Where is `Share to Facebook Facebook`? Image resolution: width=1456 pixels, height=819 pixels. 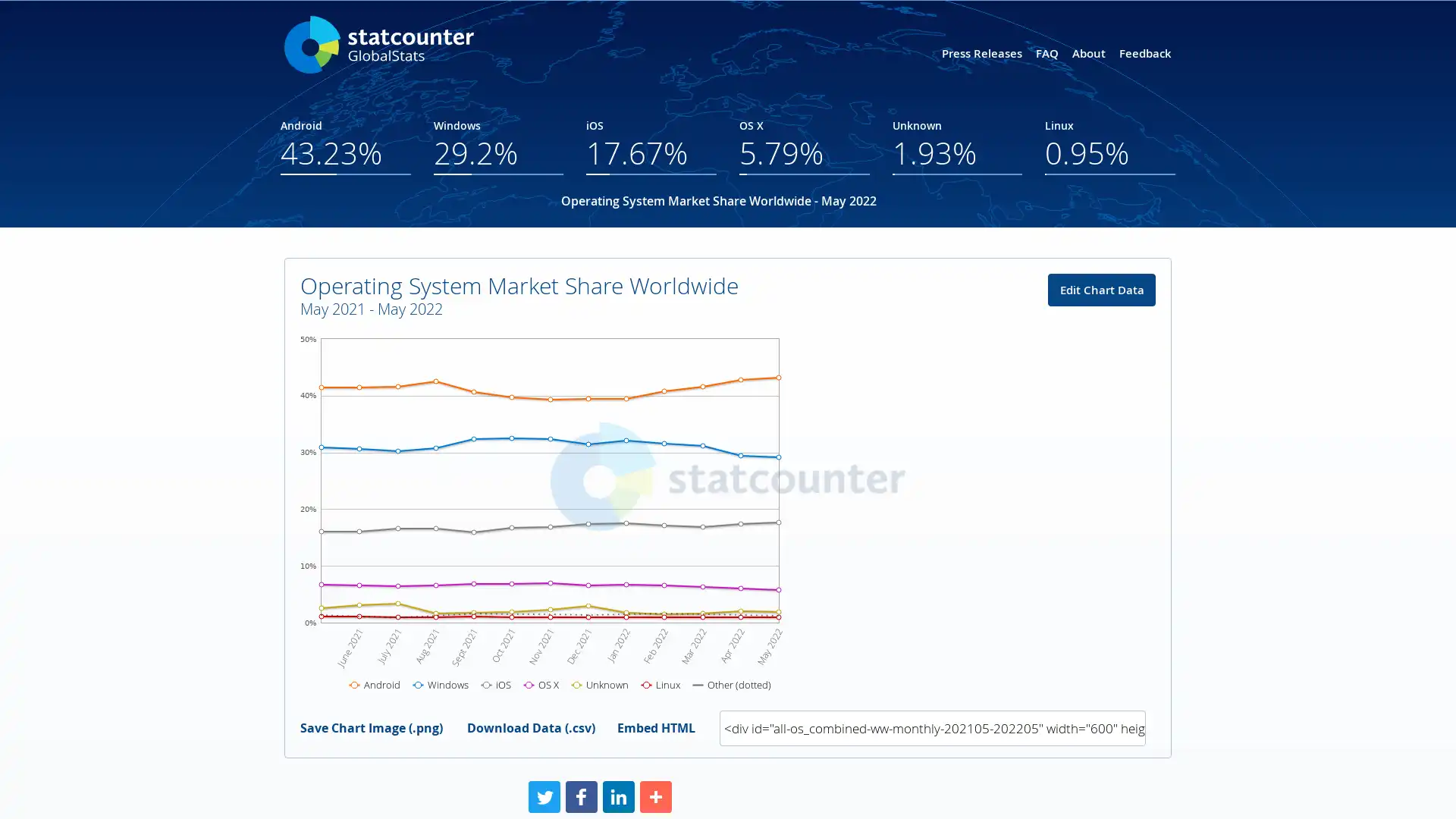 Share to Facebook Facebook is located at coordinates (650, 795).